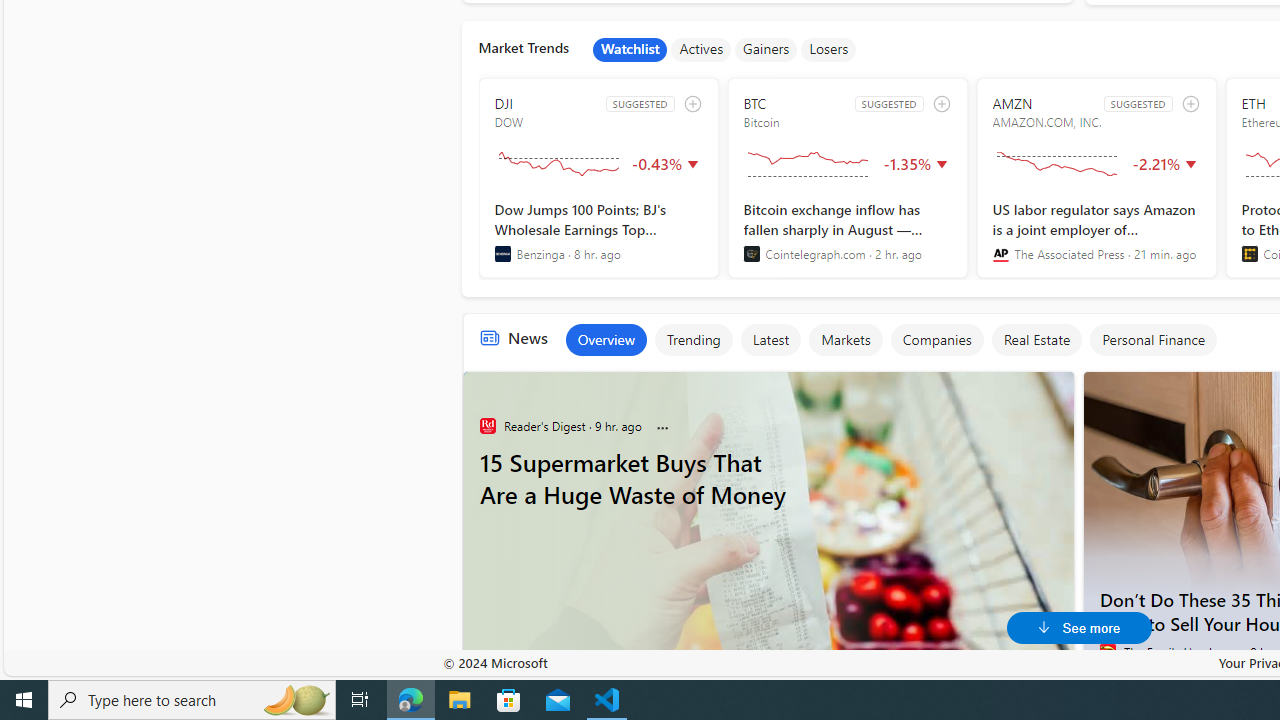 This screenshot has width=1280, height=720. I want to click on 'Overview', so click(604, 338).